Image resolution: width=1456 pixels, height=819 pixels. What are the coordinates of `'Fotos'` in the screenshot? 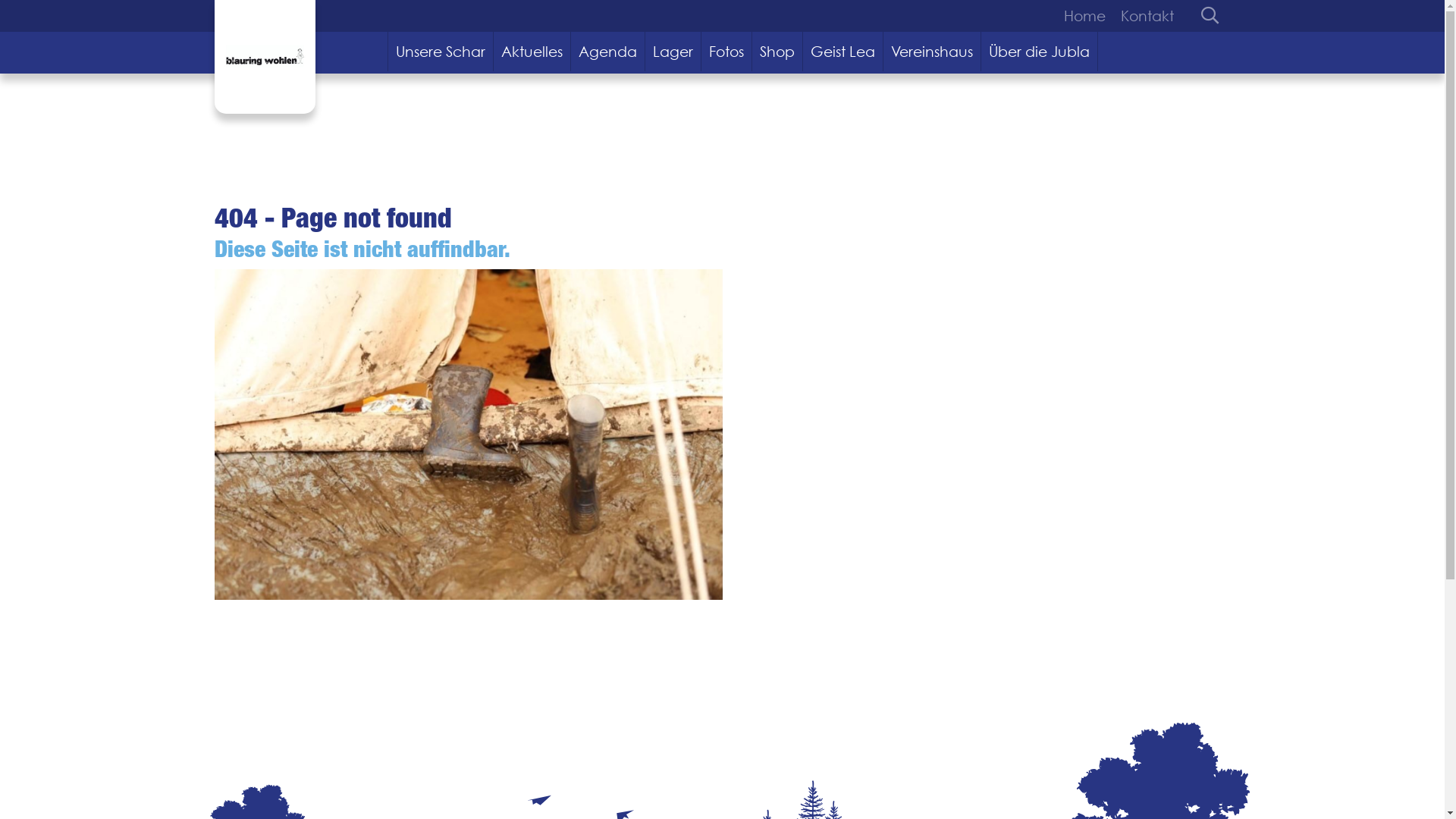 It's located at (726, 51).